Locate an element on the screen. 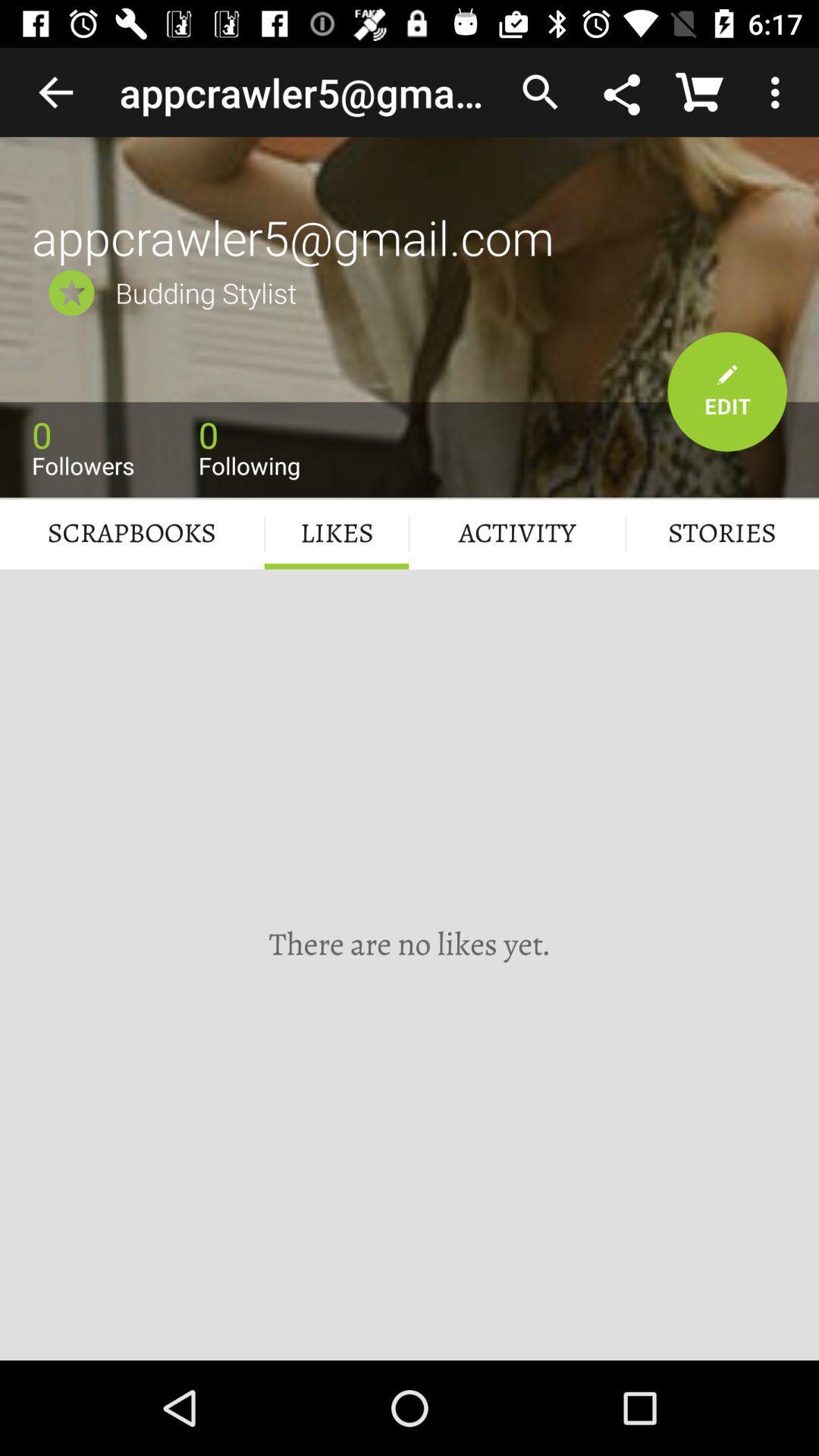 Image resolution: width=819 pixels, height=1456 pixels. share is located at coordinates (623, 91).